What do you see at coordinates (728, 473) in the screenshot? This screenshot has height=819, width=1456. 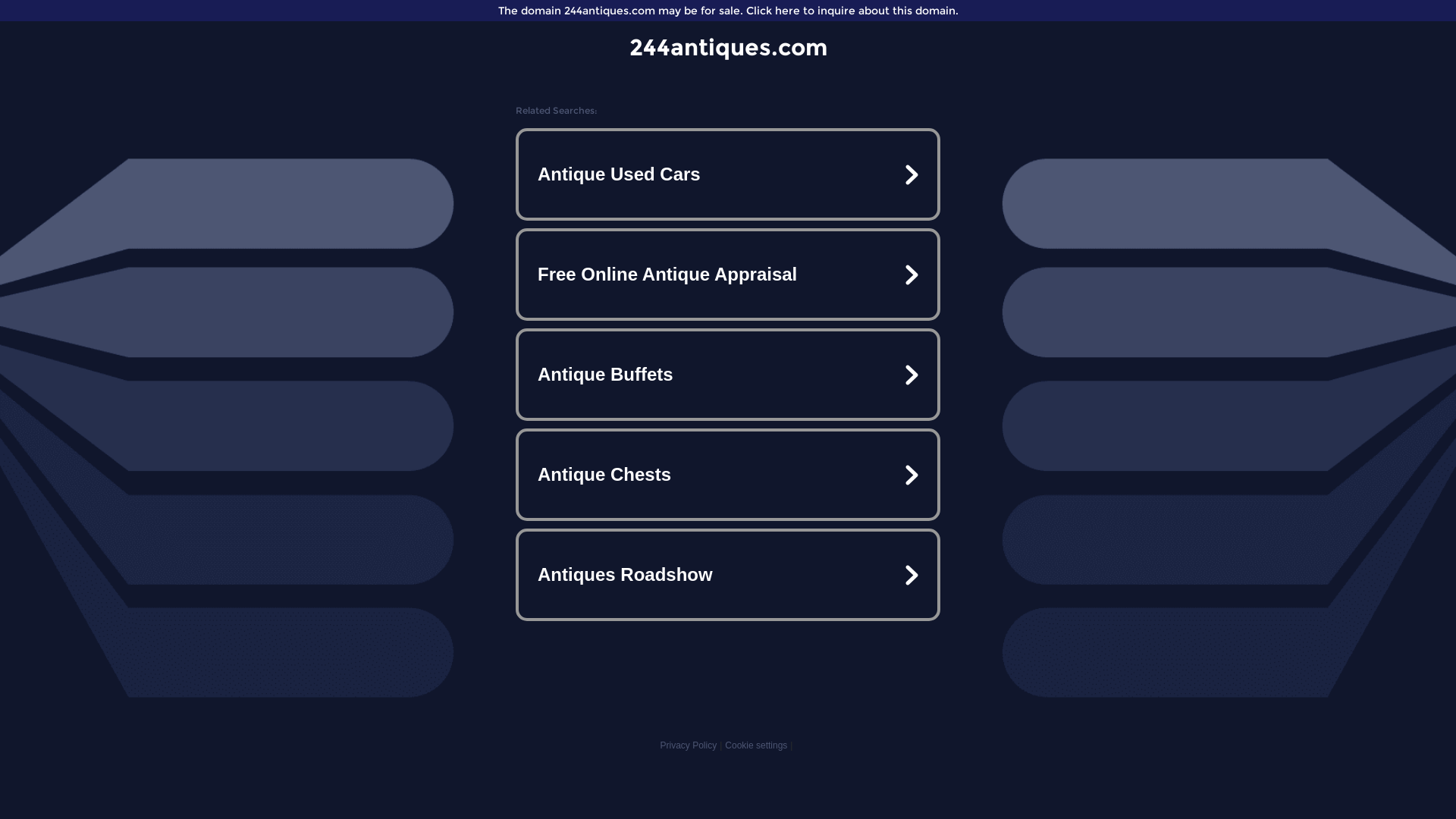 I see `'Antique Chests'` at bounding box center [728, 473].